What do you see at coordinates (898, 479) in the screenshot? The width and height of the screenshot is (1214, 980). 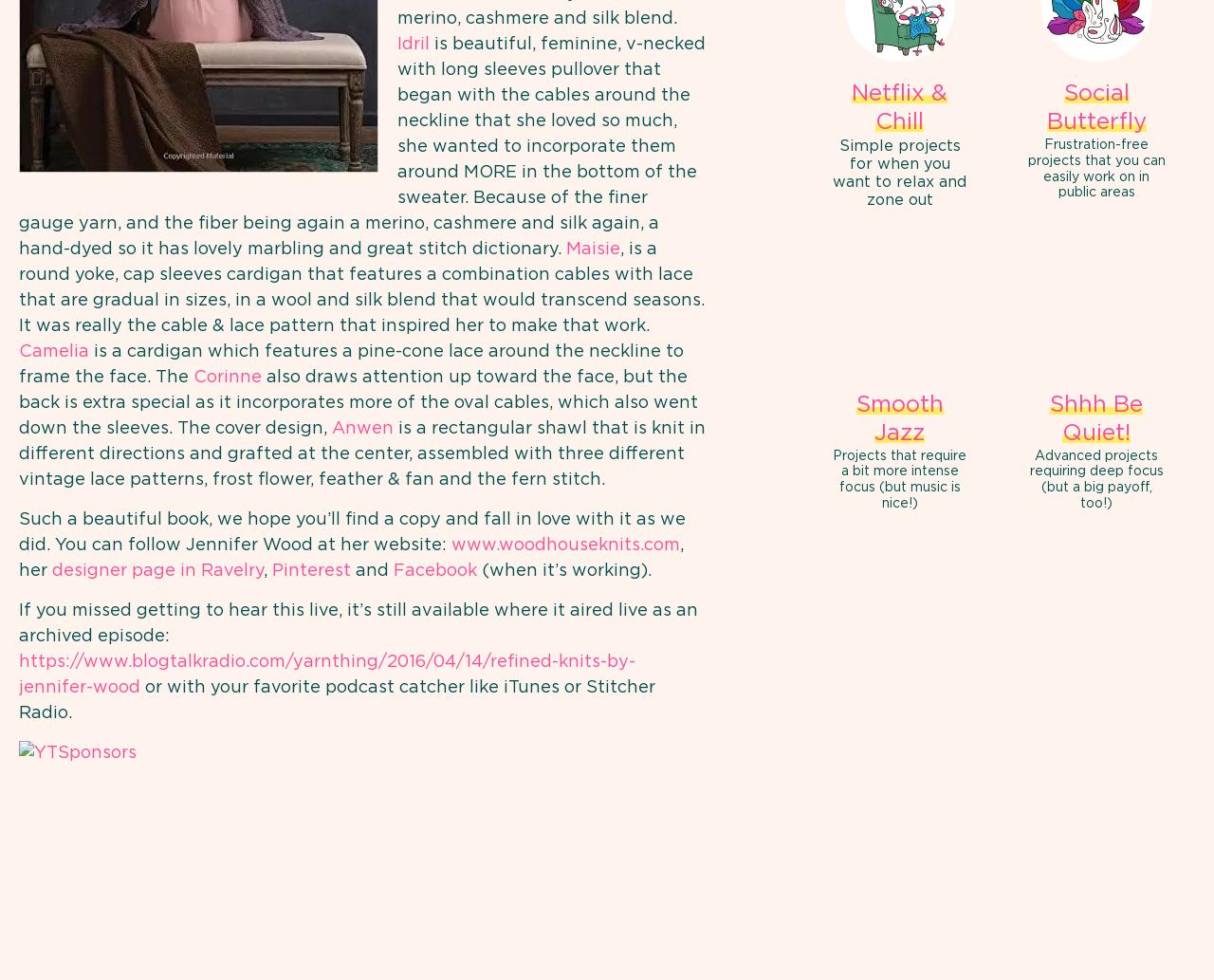 I see `'Projects that require a bit more intense focus (but music is nice!)'` at bounding box center [898, 479].